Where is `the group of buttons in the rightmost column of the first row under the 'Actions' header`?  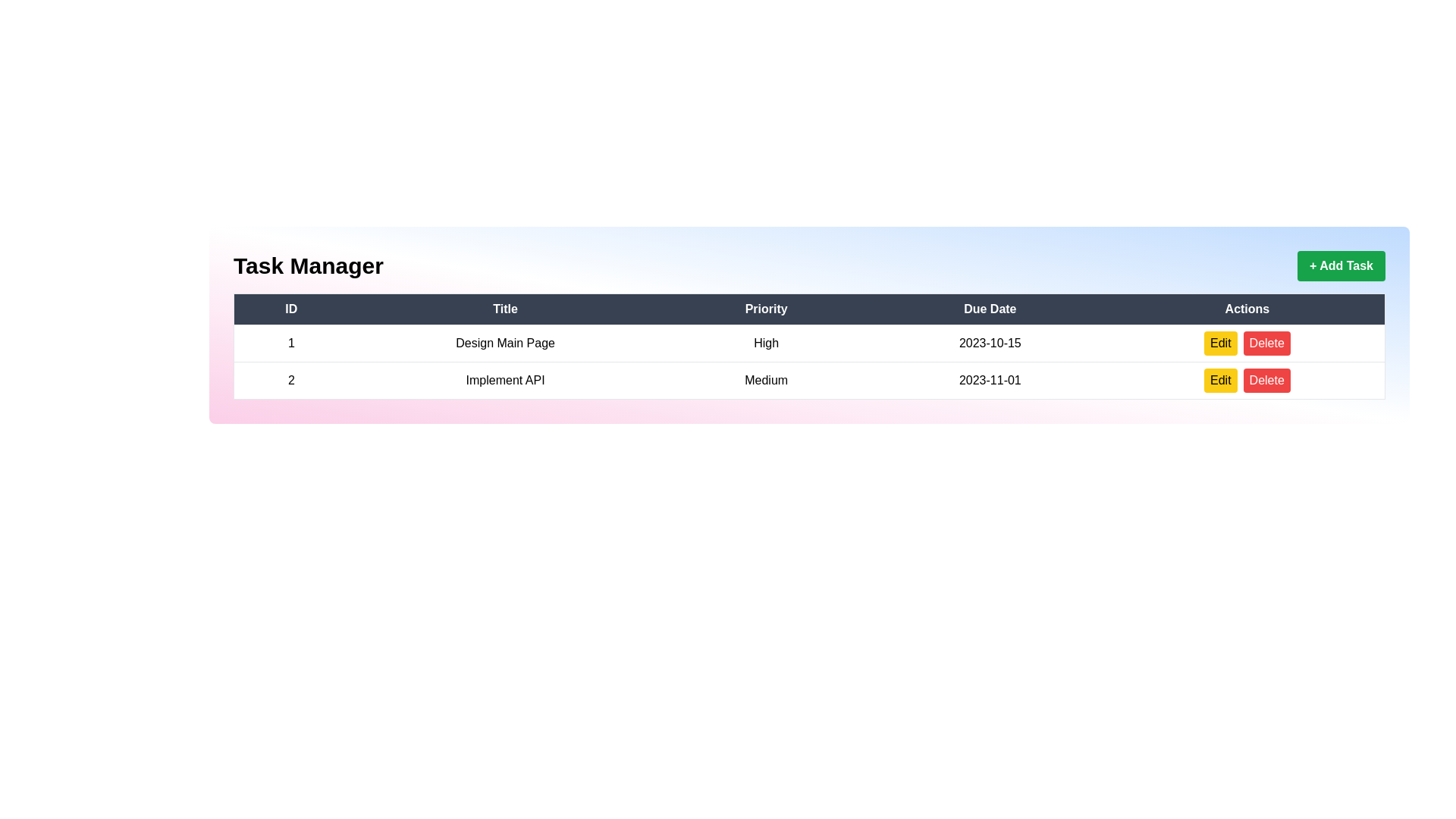 the group of buttons in the rightmost column of the first row under the 'Actions' header is located at coordinates (1247, 343).